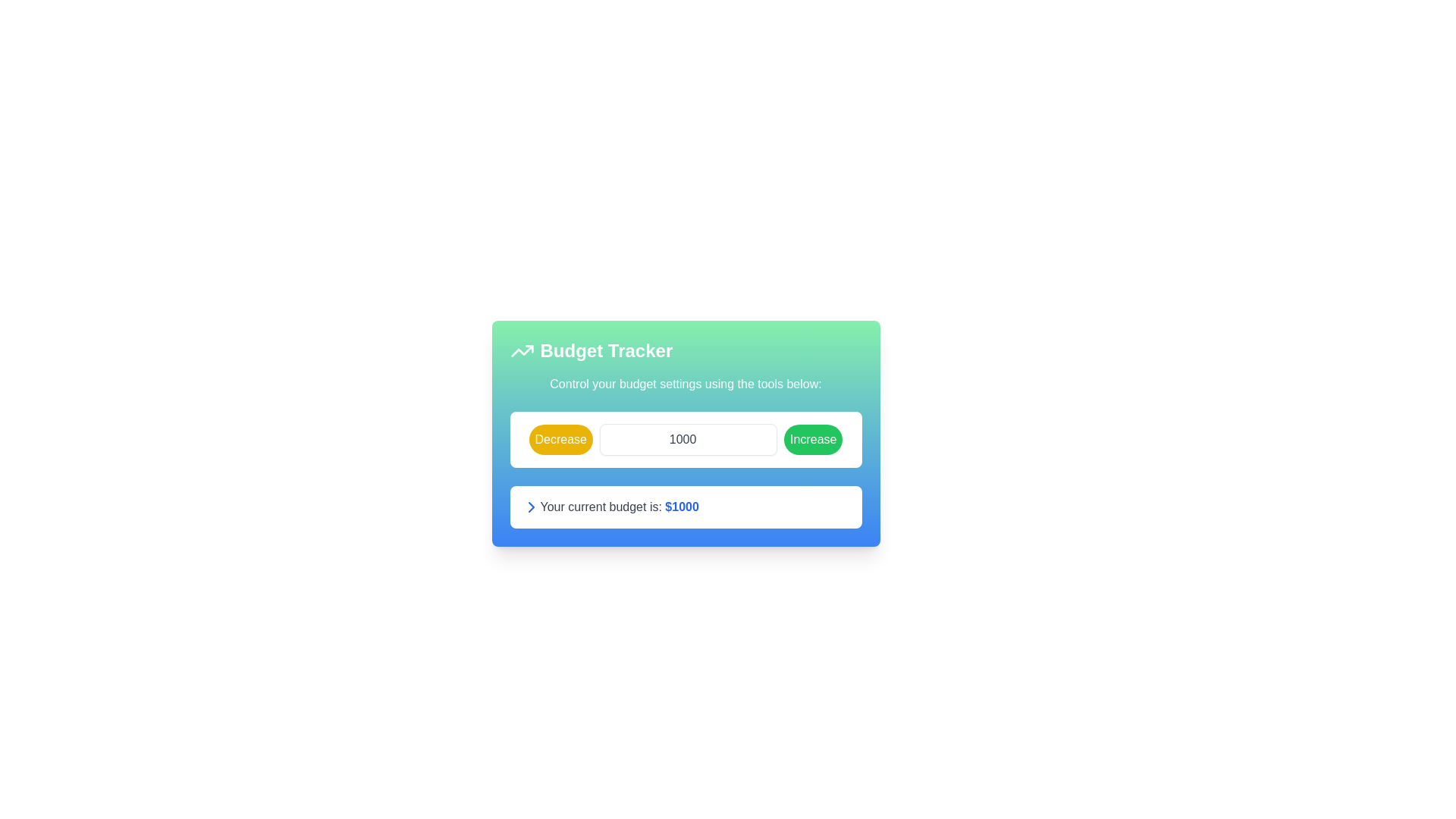 This screenshot has height=819, width=1456. What do you see at coordinates (531, 507) in the screenshot?
I see `the right-pointing chevron icon used for navigation` at bounding box center [531, 507].